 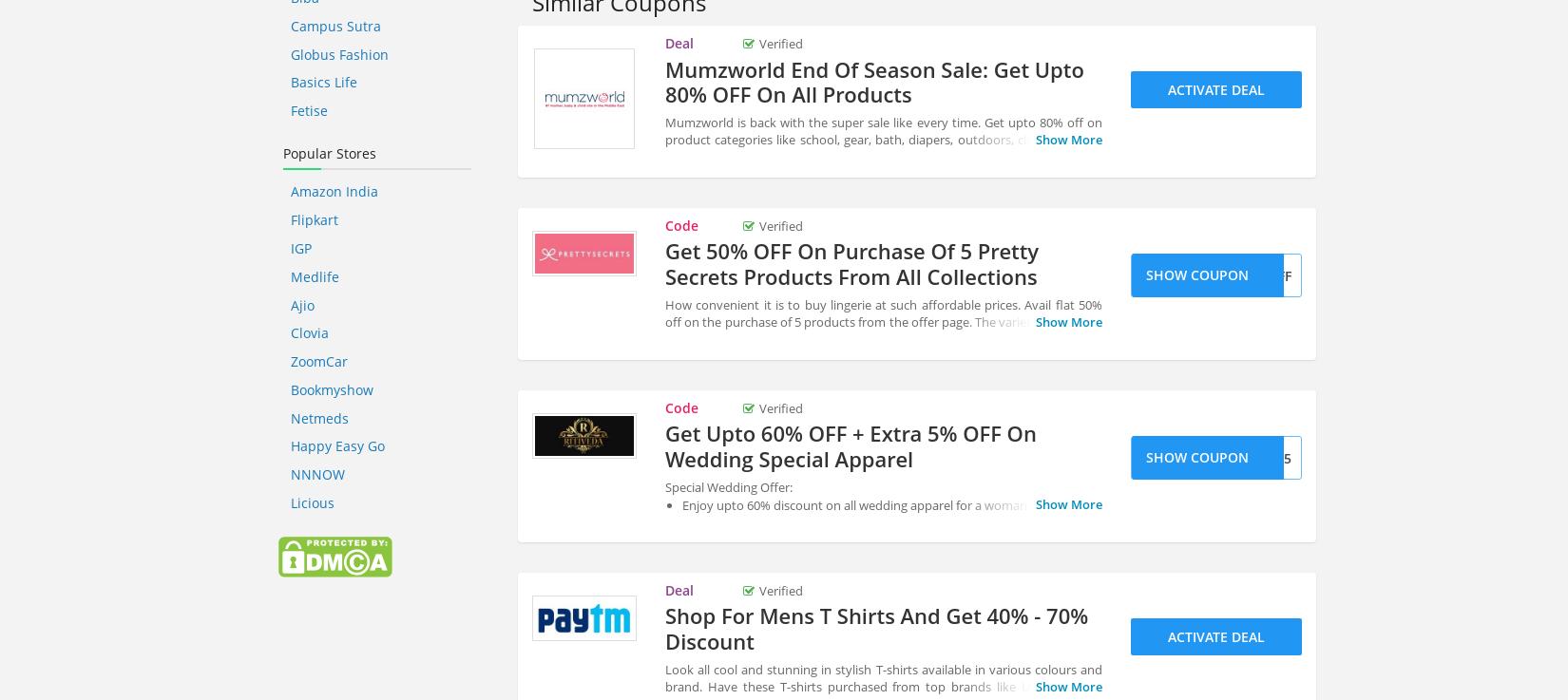 What do you see at coordinates (314, 275) in the screenshot?
I see `'Medlife'` at bounding box center [314, 275].